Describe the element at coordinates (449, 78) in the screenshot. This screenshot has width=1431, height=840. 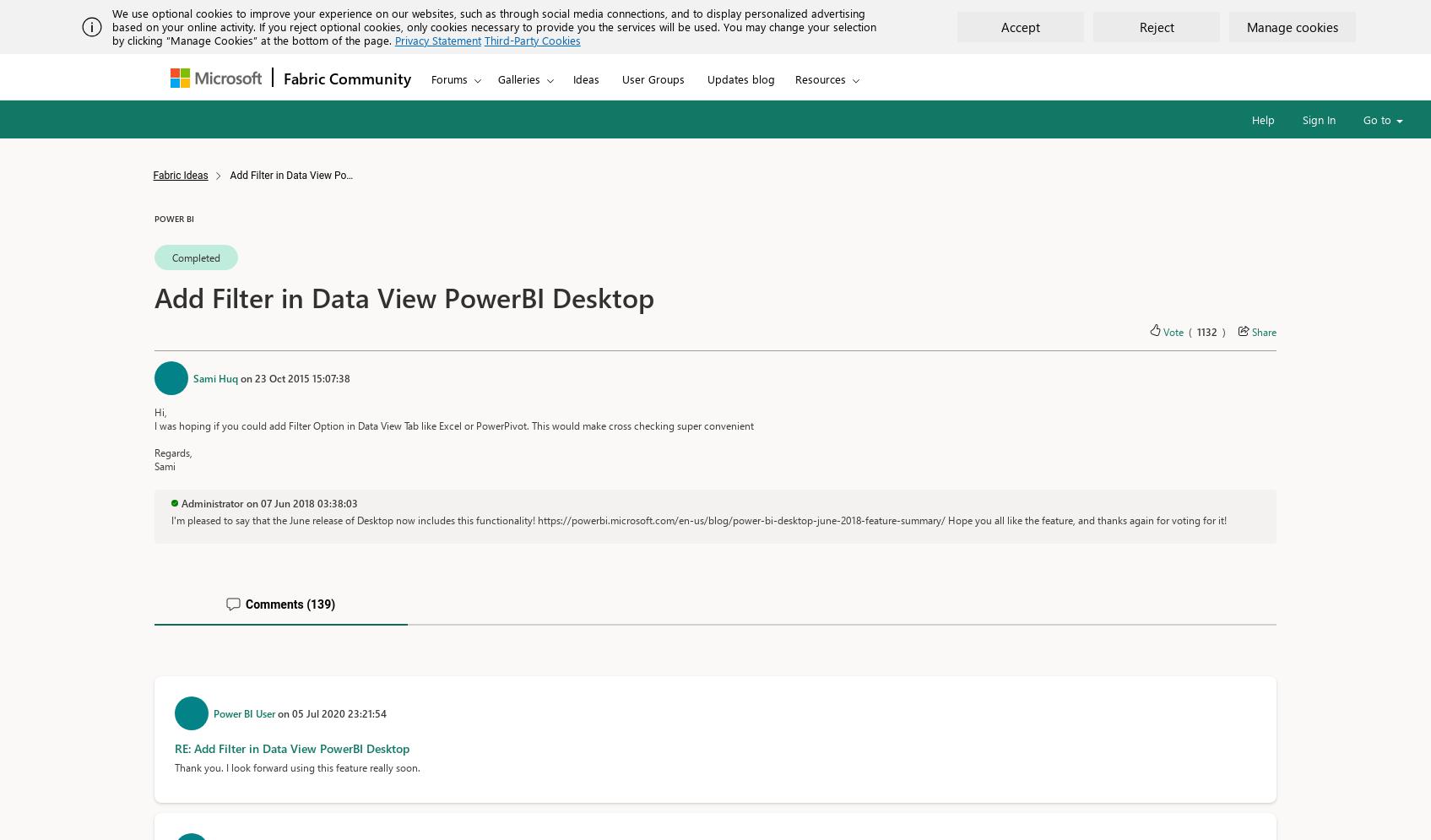
I see `'Forums'` at that location.